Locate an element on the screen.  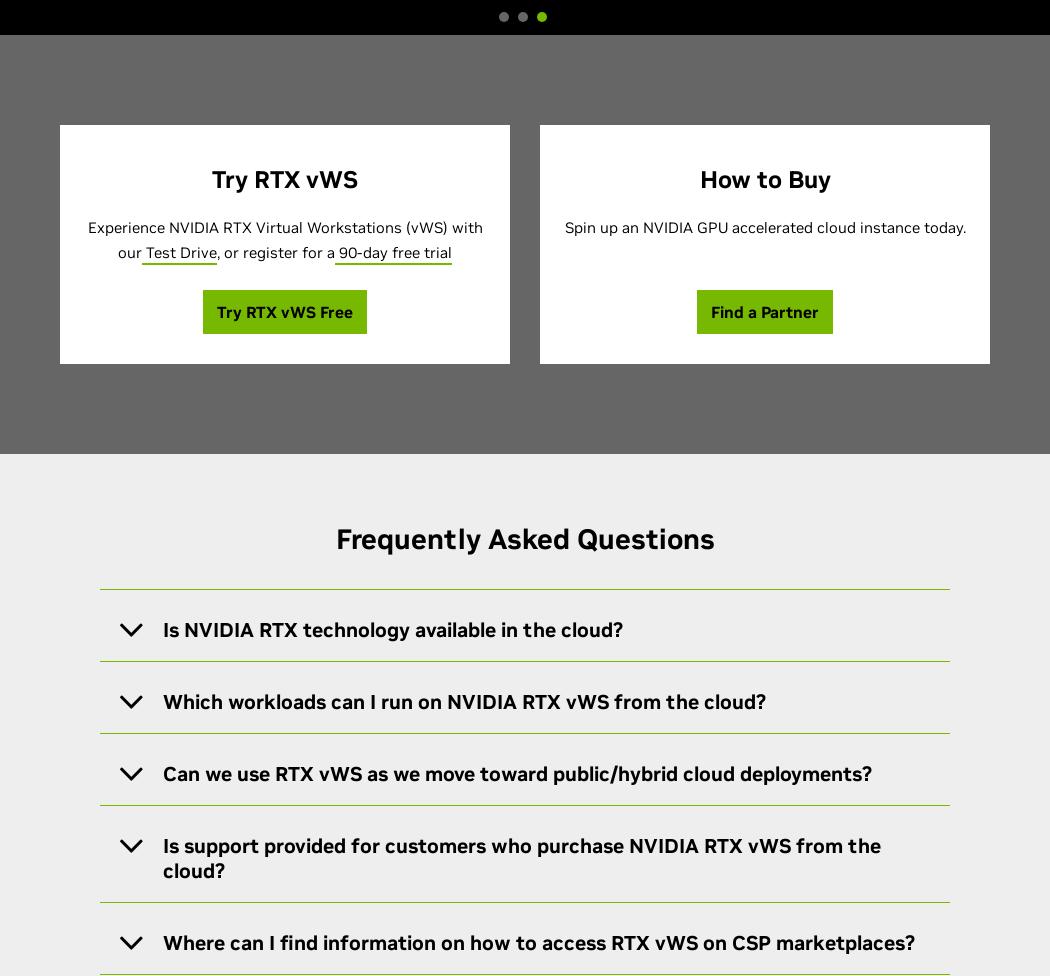
'Try RTX' is located at coordinates (248, 312).